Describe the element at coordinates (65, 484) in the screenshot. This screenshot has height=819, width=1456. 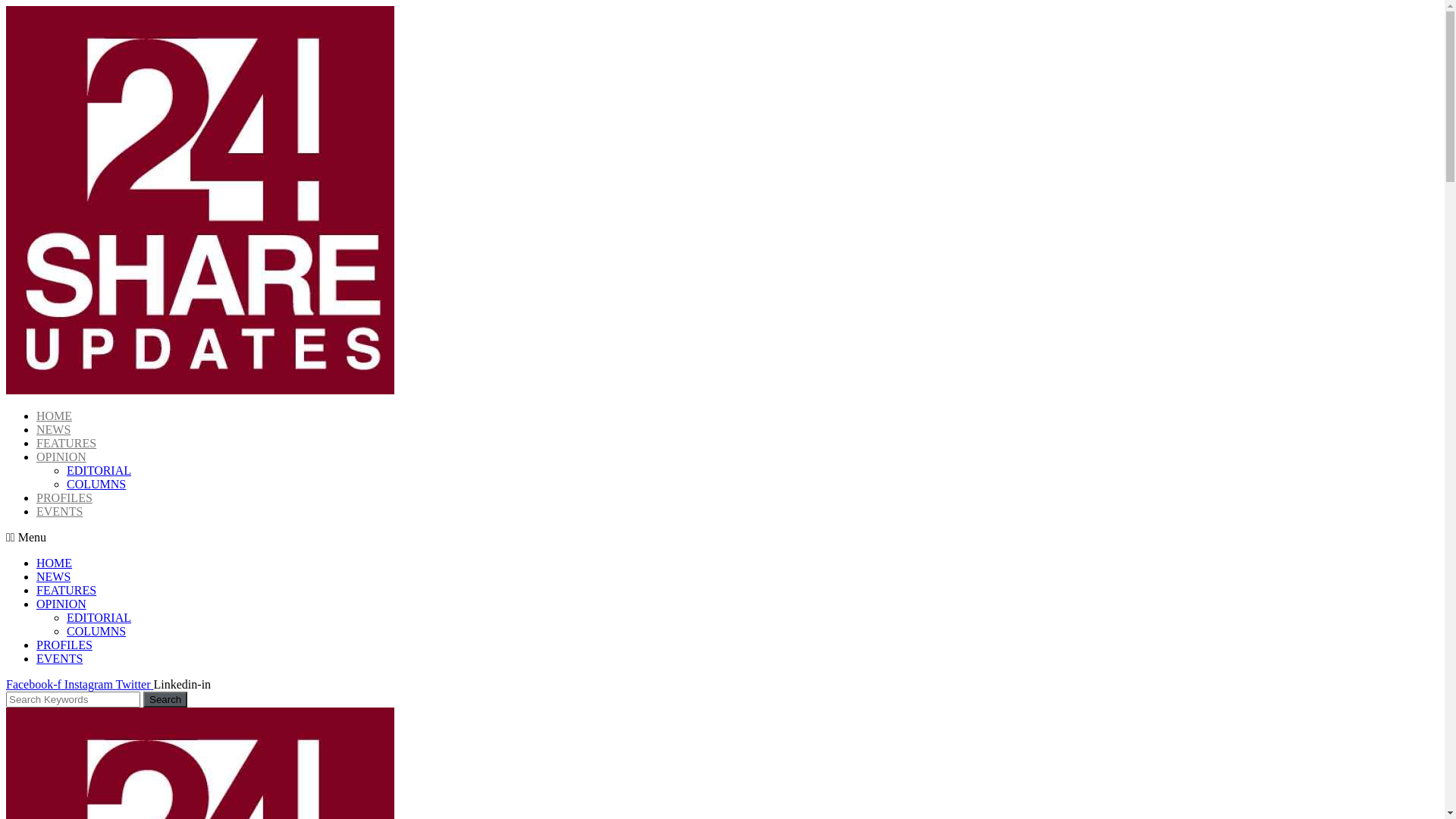
I see `'COLUMNS'` at that location.